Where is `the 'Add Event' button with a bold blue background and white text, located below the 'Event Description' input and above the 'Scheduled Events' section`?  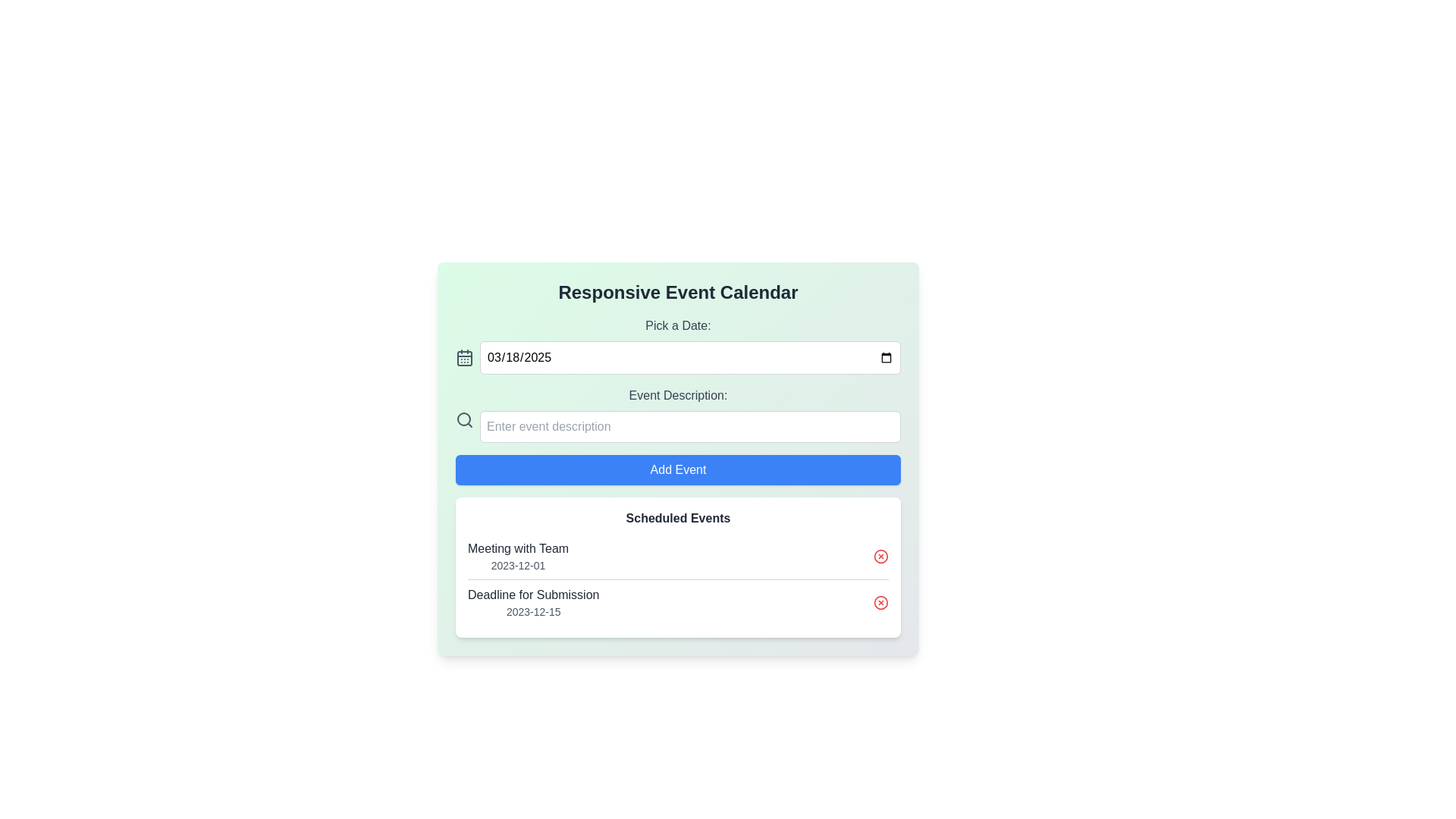
the 'Add Event' button with a bold blue background and white text, located below the 'Event Description' input and above the 'Scheduled Events' section is located at coordinates (677, 458).